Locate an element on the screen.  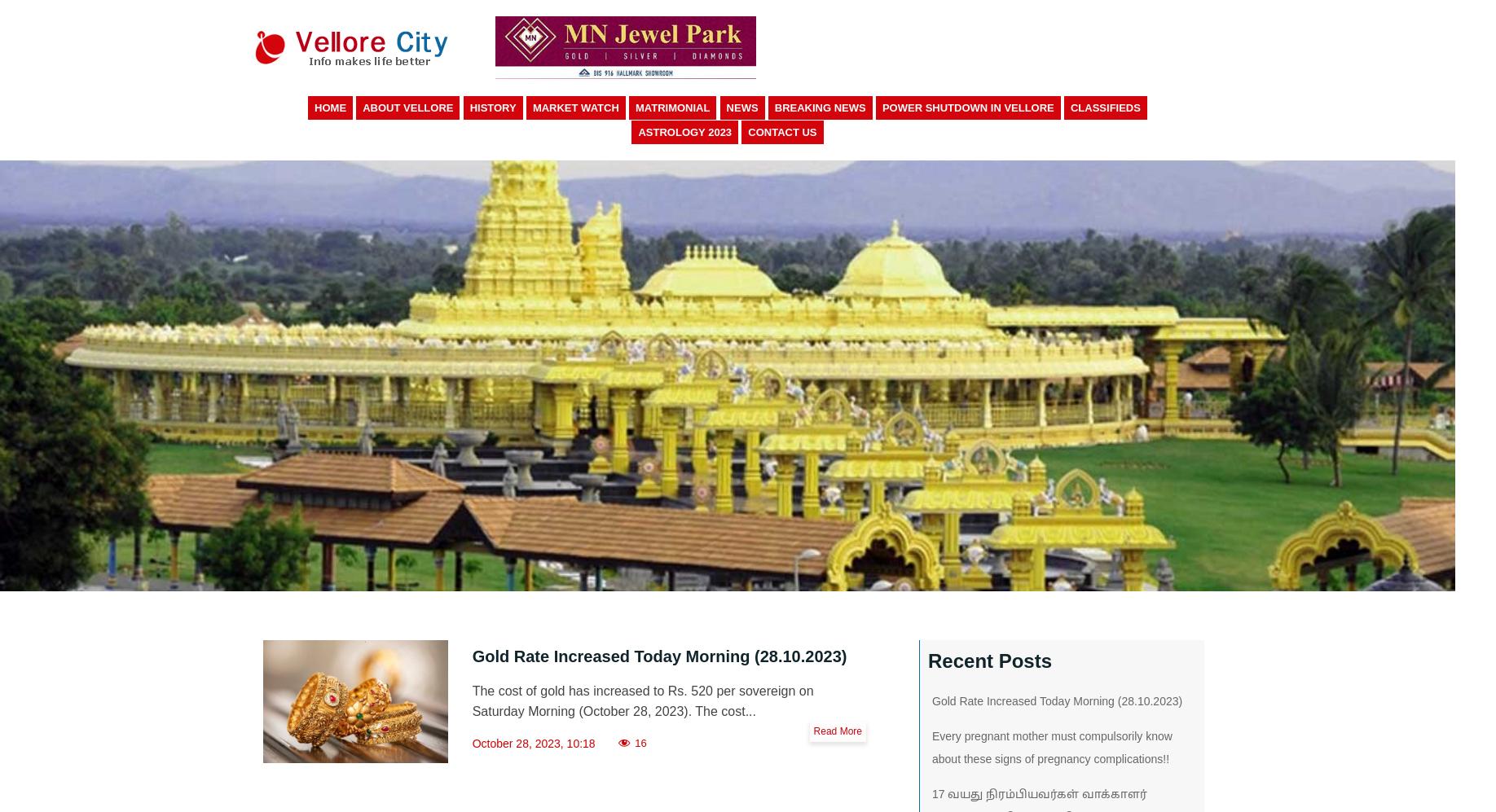
'History' is located at coordinates (468, 108).